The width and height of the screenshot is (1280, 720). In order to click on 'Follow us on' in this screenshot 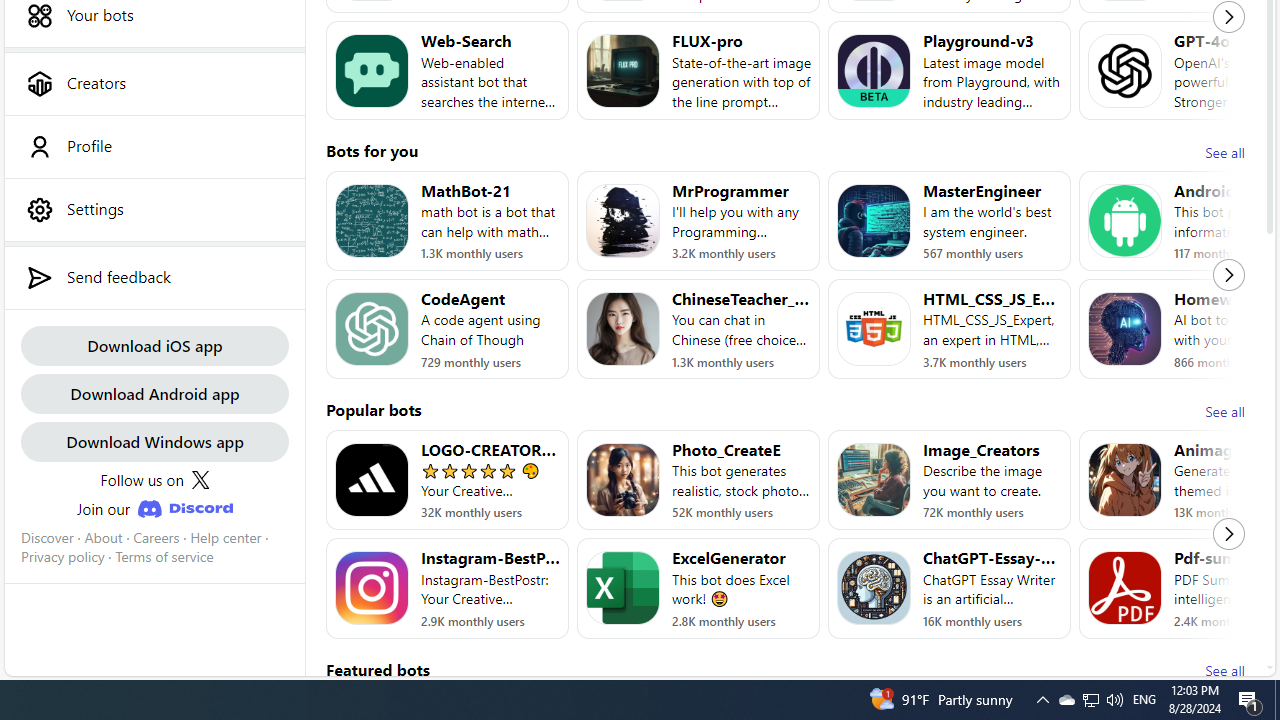, I will do `click(153, 479)`.